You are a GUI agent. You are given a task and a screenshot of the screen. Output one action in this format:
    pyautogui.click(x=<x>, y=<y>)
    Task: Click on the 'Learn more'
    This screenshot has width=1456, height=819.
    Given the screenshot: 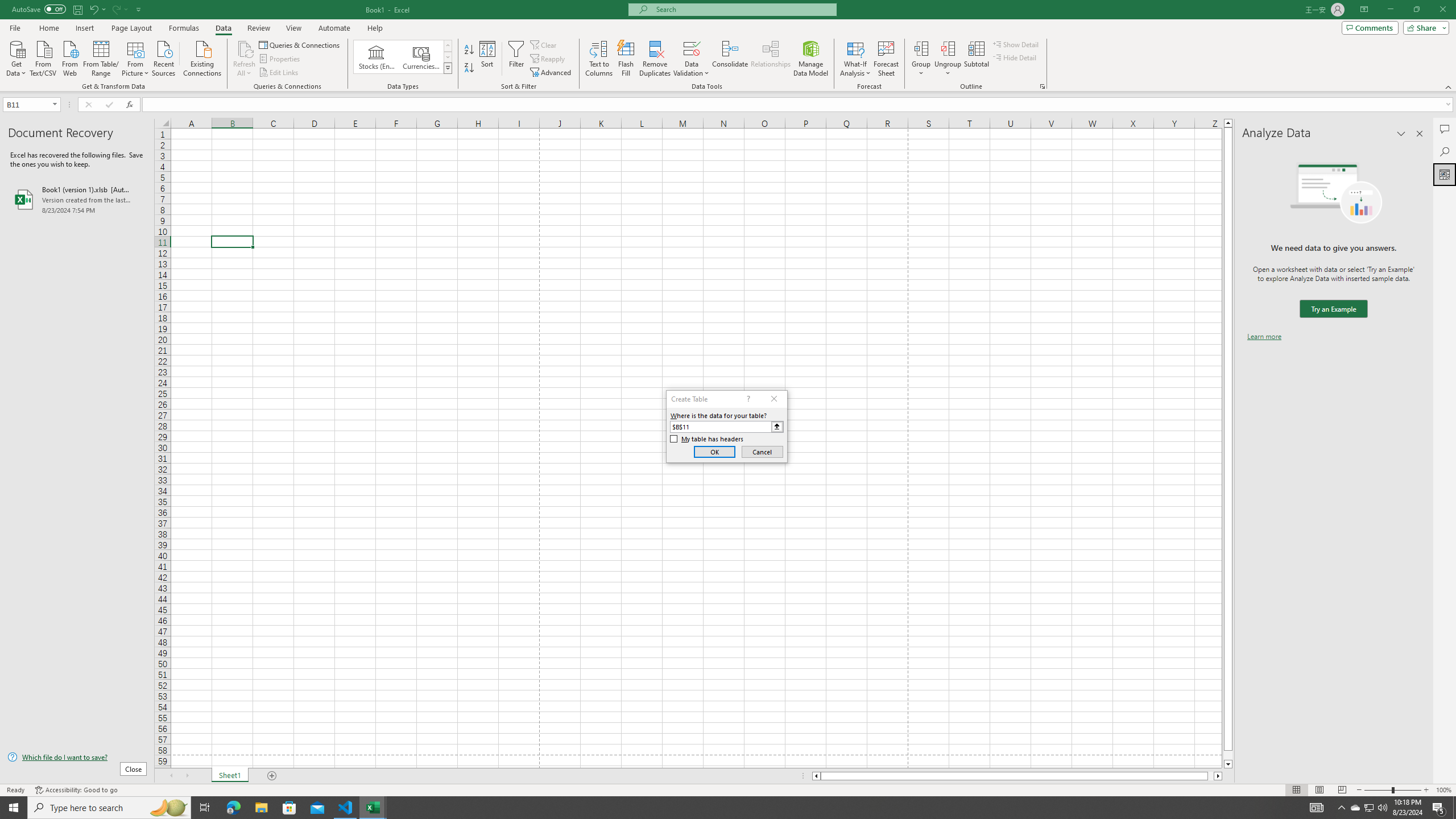 What is the action you would take?
    pyautogui.click(x=1264, y=336)
    